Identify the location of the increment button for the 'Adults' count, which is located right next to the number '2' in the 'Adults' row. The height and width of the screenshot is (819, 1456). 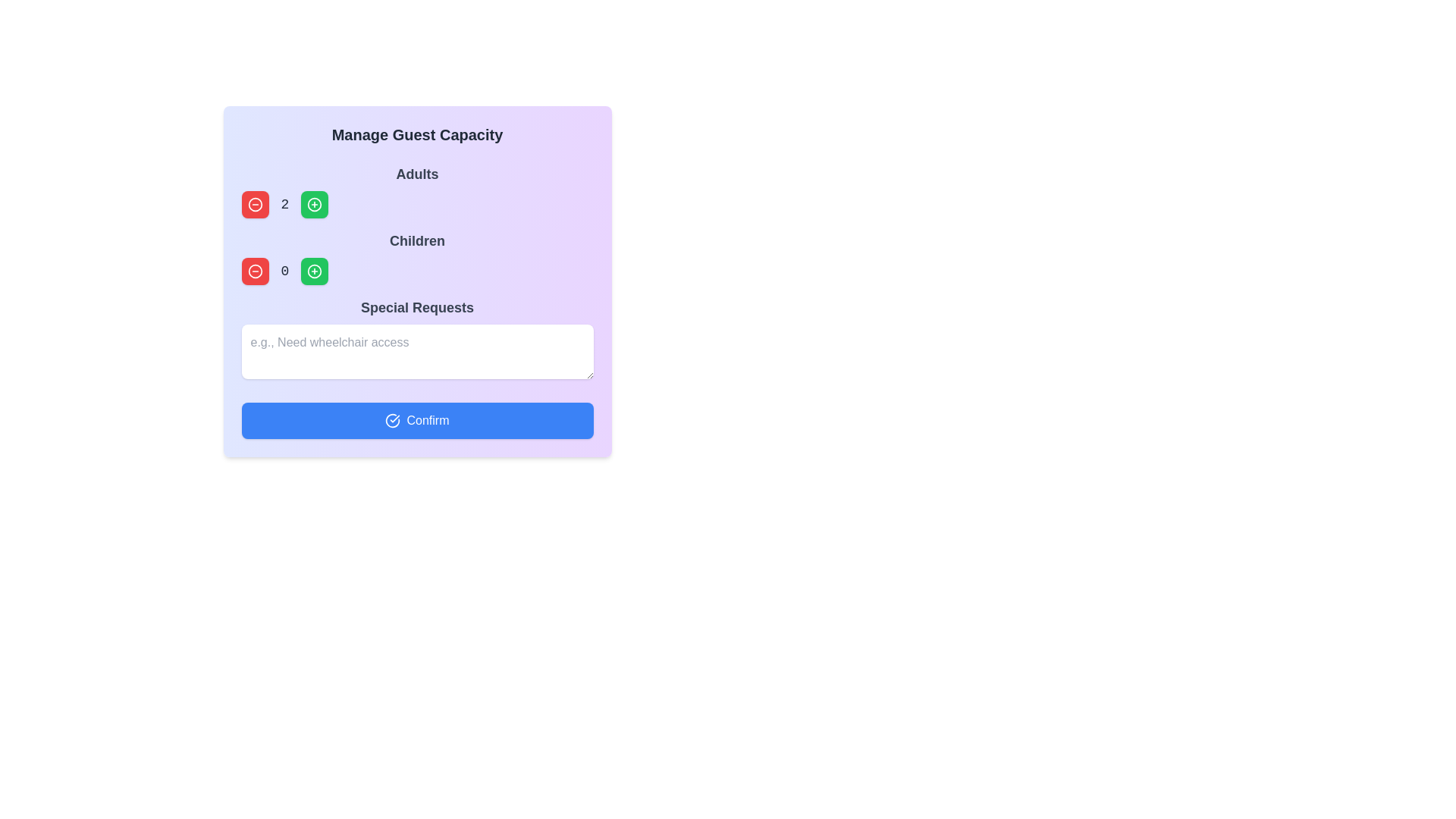
(314, 205).